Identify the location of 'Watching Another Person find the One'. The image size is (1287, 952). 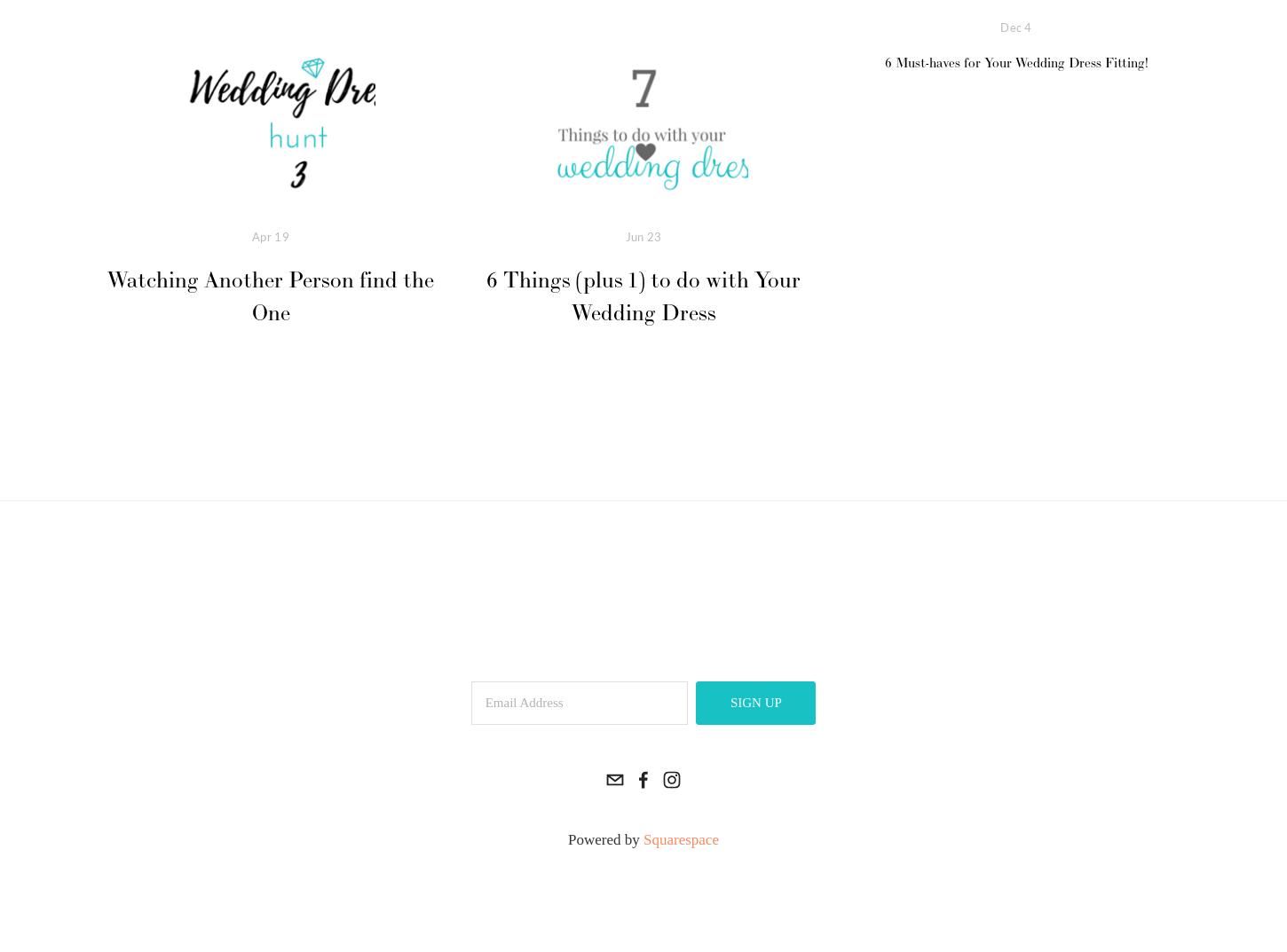
(270, 296).